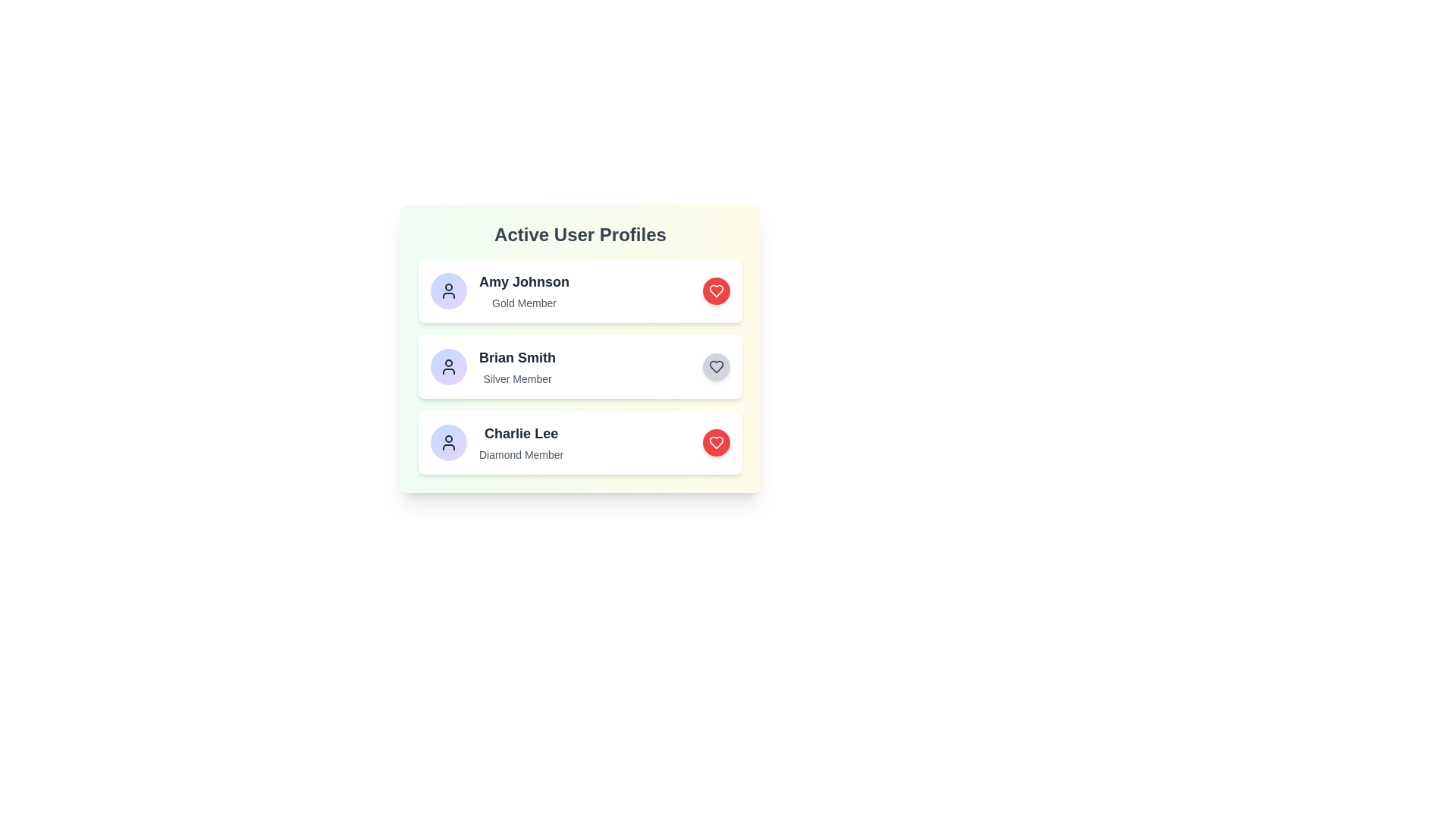 The height and width of the screenshot is (819, 1456). What do you see at coordinates (716, 366) in the screenshot?
I see `the heart icon within the circular button on the right-hand side of the second user profile entry to favorite the user profile` at bounding box center [716, 366].